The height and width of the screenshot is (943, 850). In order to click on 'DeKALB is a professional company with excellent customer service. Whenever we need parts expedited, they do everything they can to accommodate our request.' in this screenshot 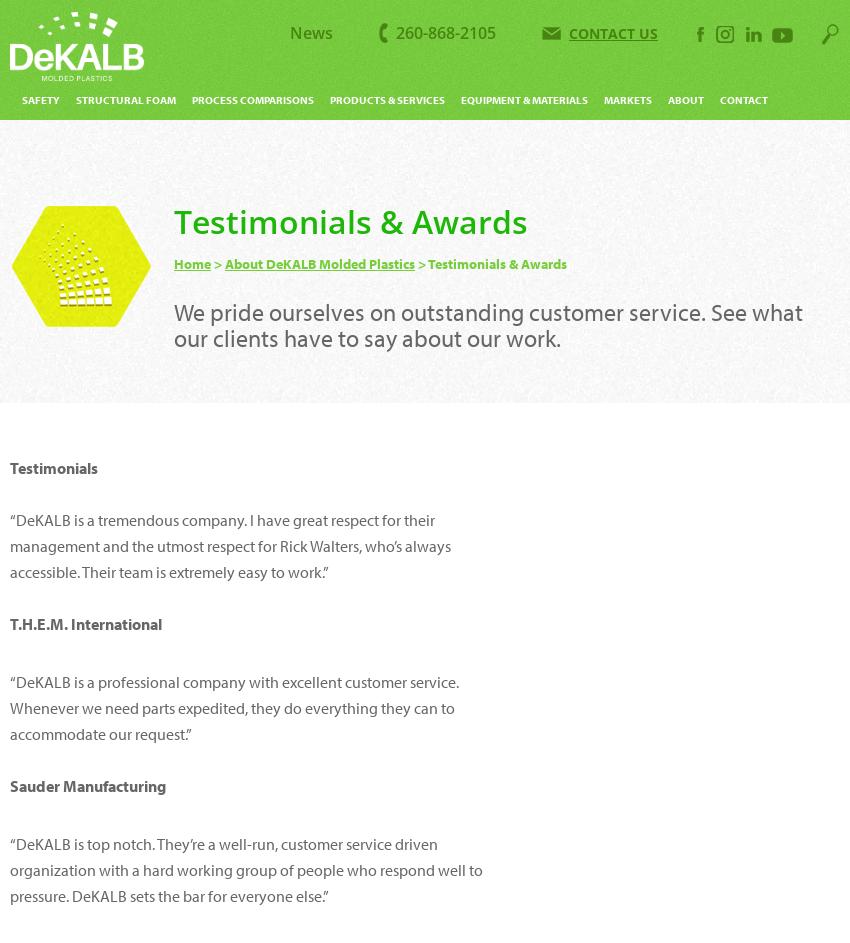, I will do `click(234, 707)`.